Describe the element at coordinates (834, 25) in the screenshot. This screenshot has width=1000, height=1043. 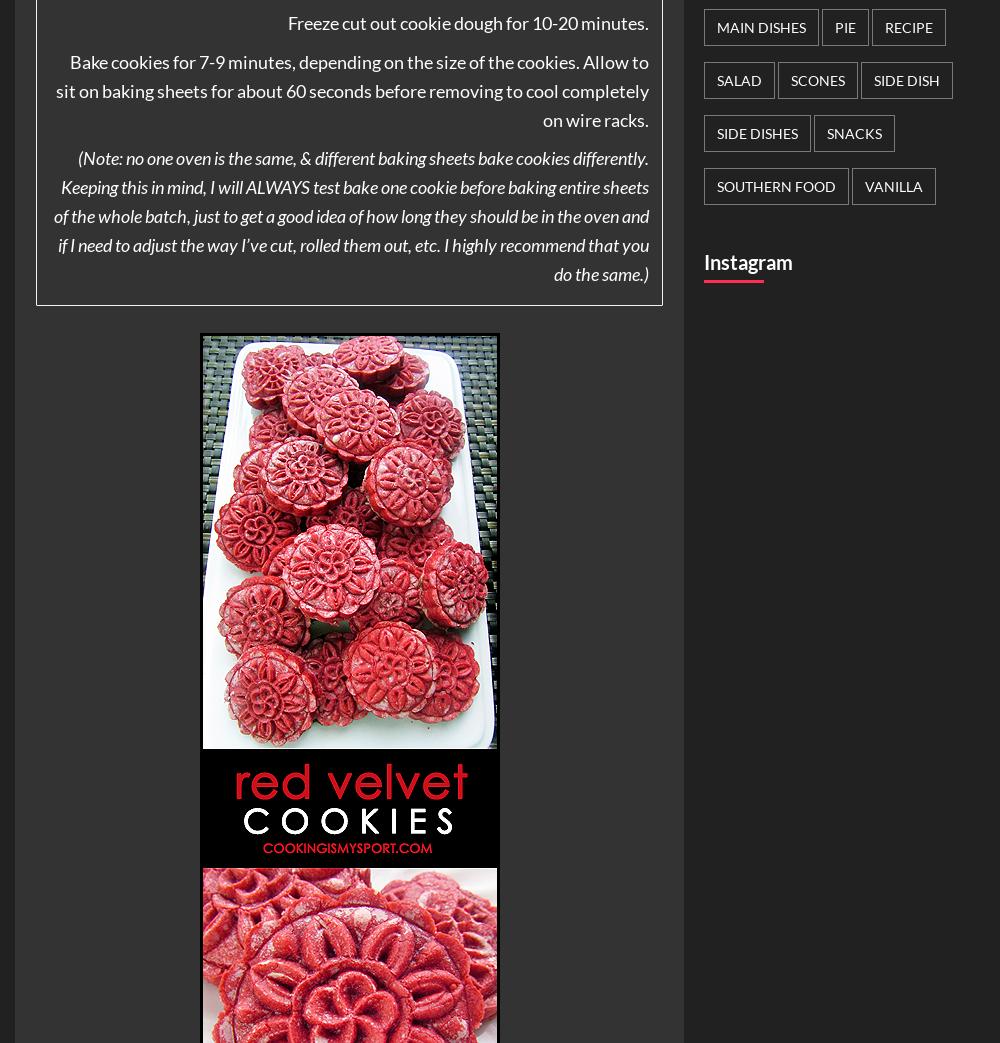
I see `'Pie'` at that location.